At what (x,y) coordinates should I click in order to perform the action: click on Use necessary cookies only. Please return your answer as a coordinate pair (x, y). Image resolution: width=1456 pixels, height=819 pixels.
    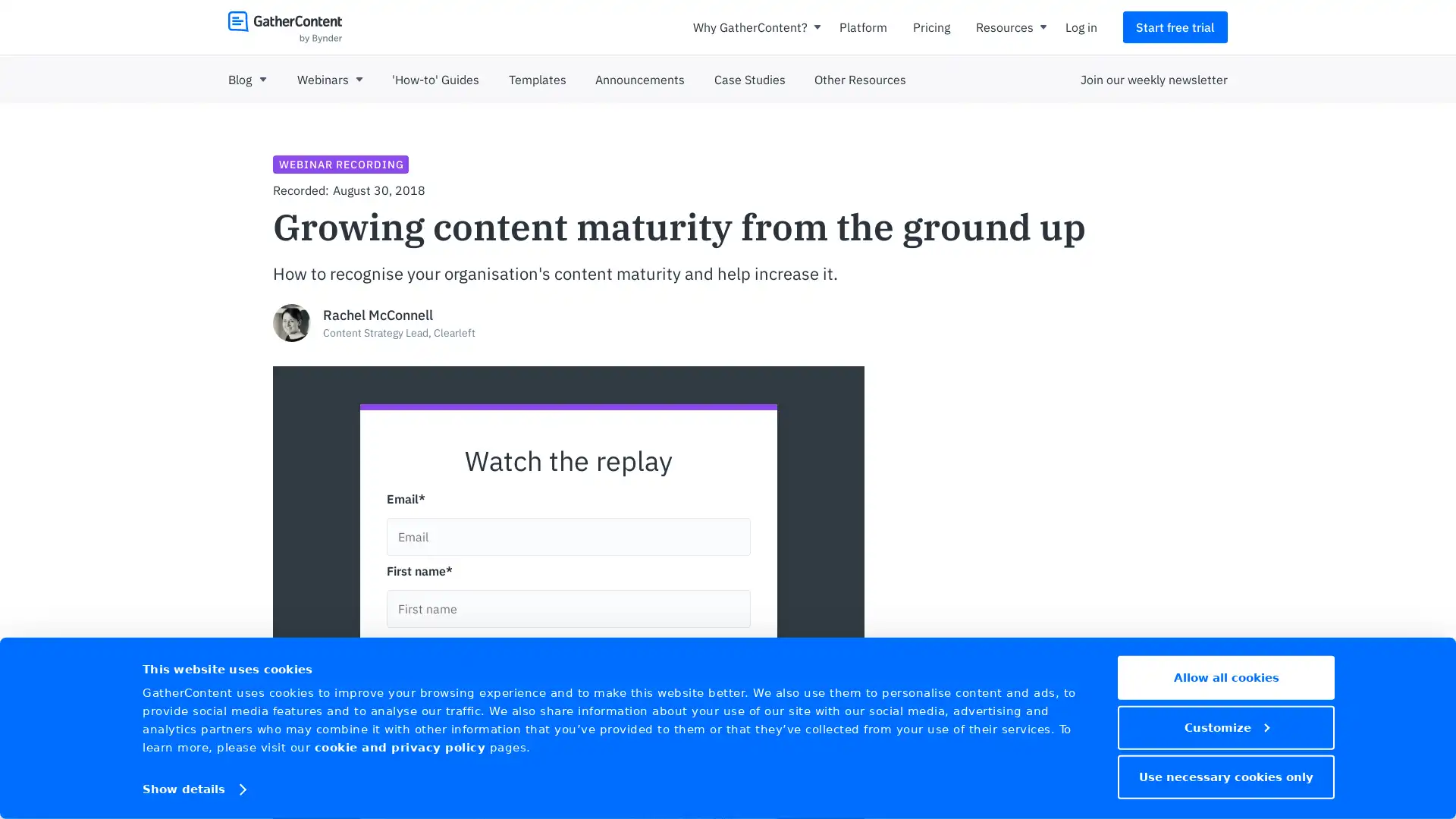
    Looking at the image, I should click on (1226, 776).